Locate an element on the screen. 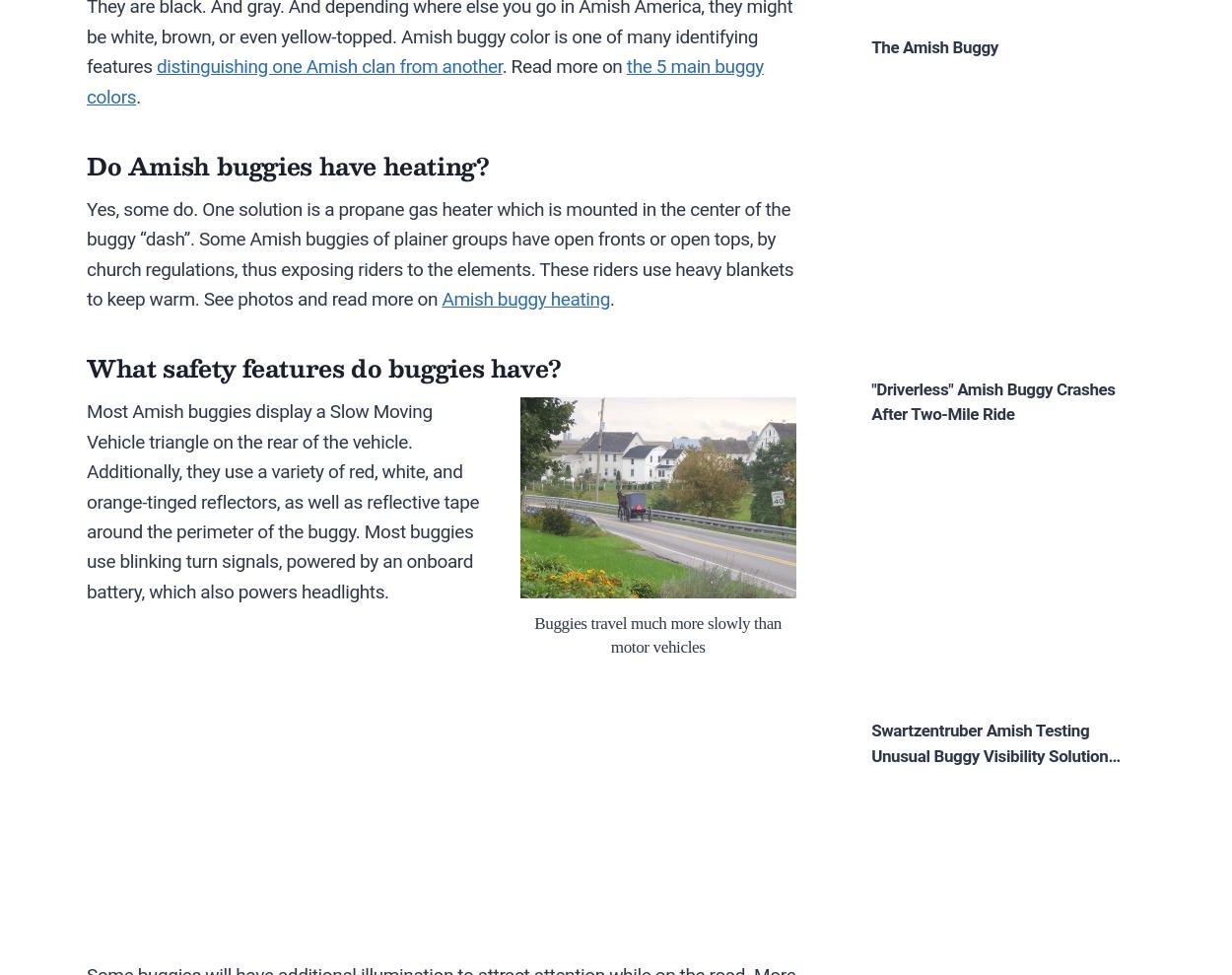 This screenshot has height=975, width=1232. 'Yes, some do. One solution is a propane gas heater which is mounted in the center of the buggy “dash”. Some Amish buggies of plainer groups have open fronts or open tops, by church regulations, thus exposing riders to the elements. These riders use heavy blankets to keep warm. See photos and read more on' is located at coordinates (439, 252).